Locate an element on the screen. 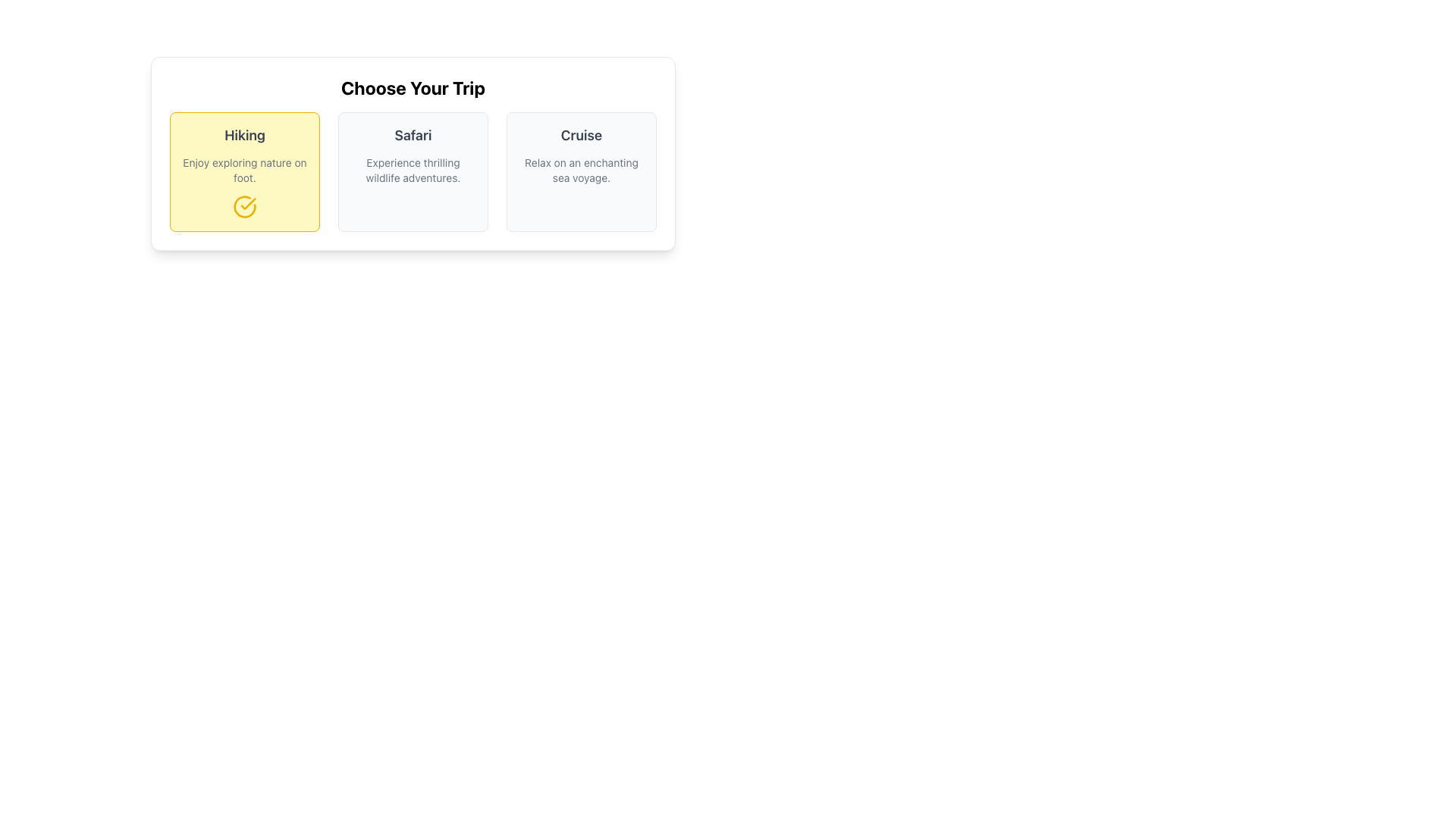  the bolded text label reading 'Hiking', which is located in the upper-central portion of the yellow-highlighted card is located at coordinates (244, 134).